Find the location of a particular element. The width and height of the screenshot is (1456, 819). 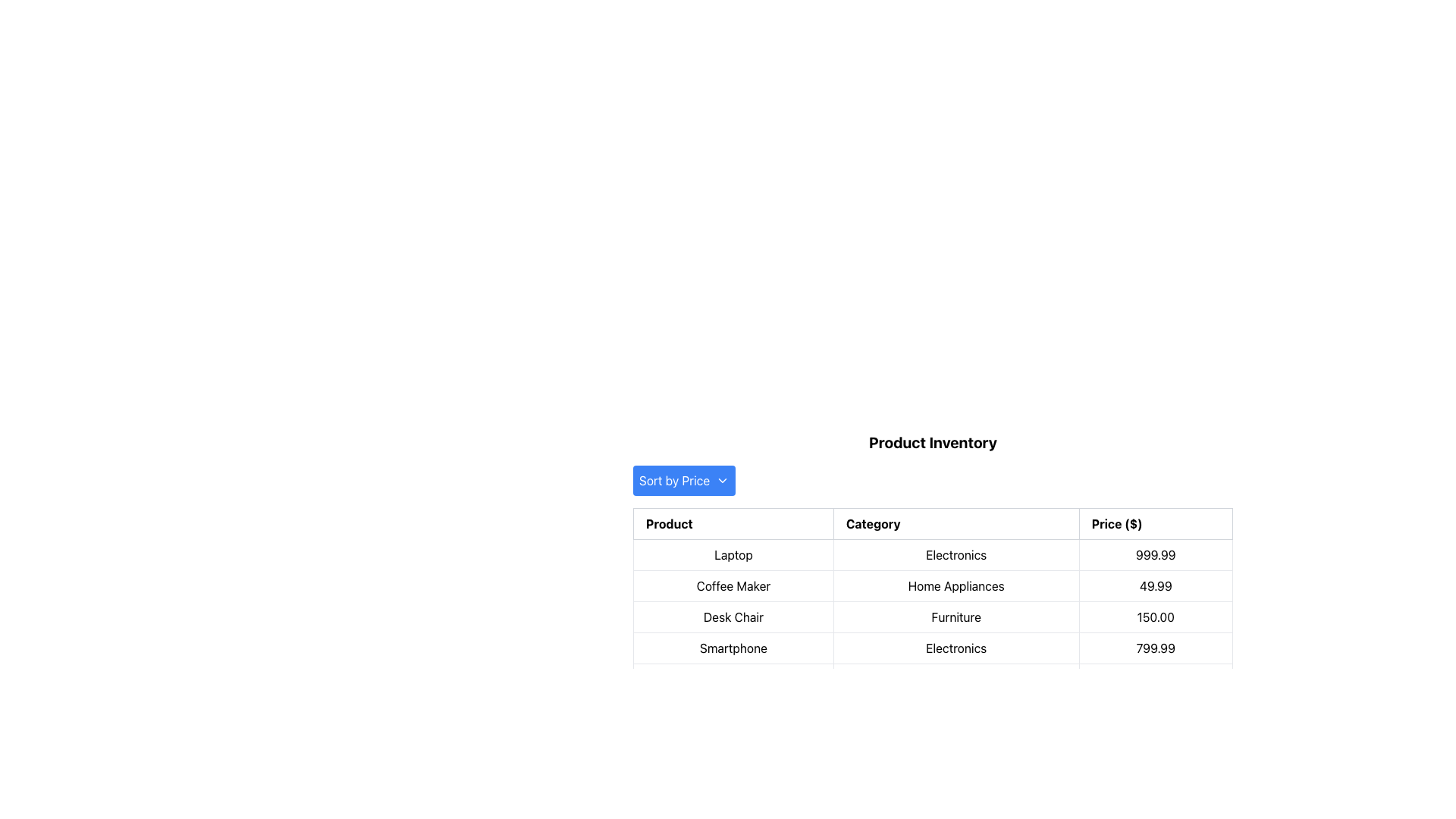

the 'Electronics' static text element in the 'Category' column of the first row in the product information table is located at coordinates (955, 555).